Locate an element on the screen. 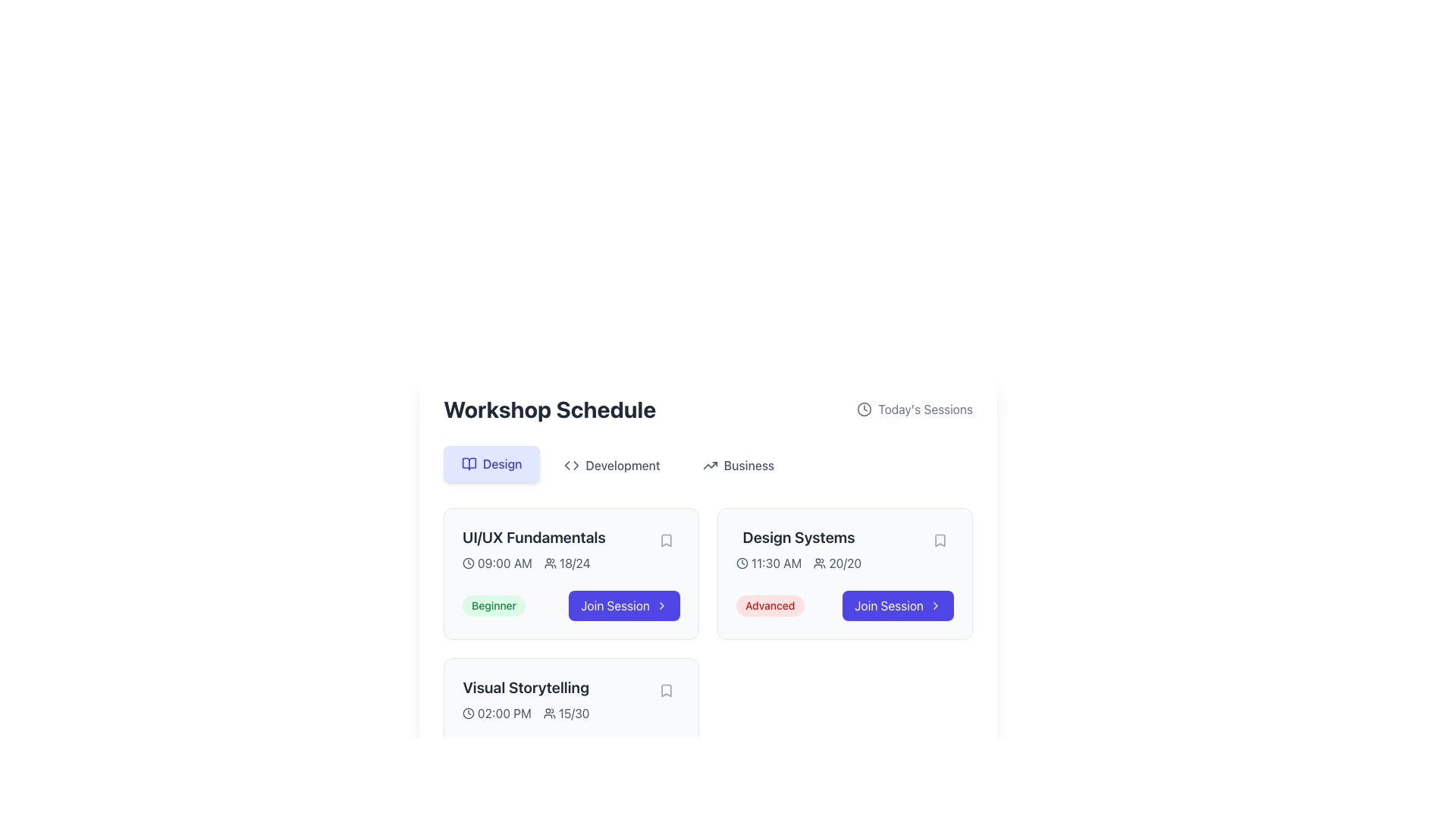  the informational label featuring a clock icon with the text '02:00 PM' on the left and an icon of users with the text '15/30' on the right, located in the 'Visual Storytelling' section of the Workshop Schedule interface is located at coordinates (526, 714).